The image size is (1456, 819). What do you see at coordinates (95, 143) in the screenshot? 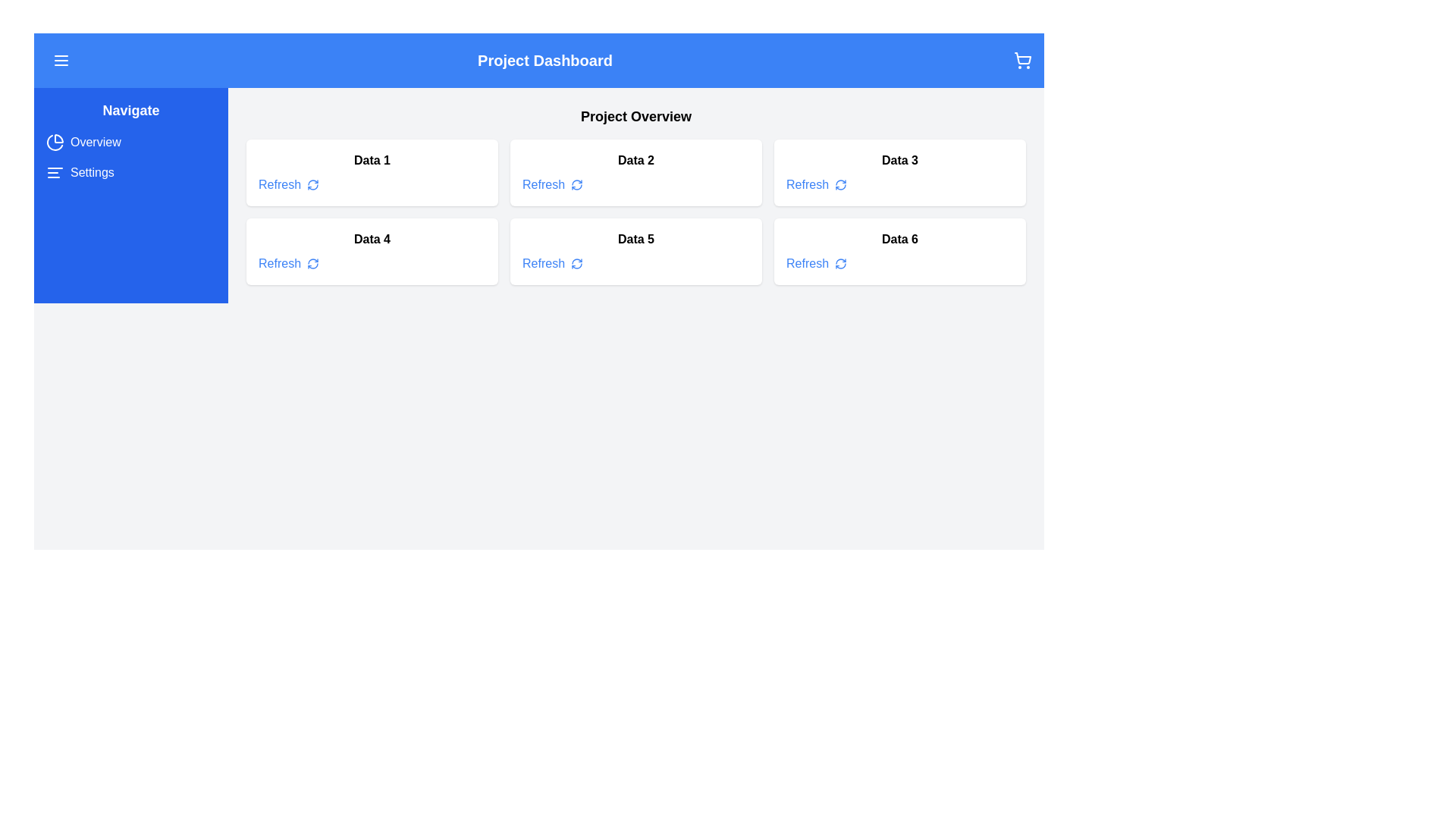
I see `the Text label that serves as a navigational link to the 'Overview' section, located in the left sidebar below the pie chart icon and above the 'Settings' label` at bounding box center [95, 143].